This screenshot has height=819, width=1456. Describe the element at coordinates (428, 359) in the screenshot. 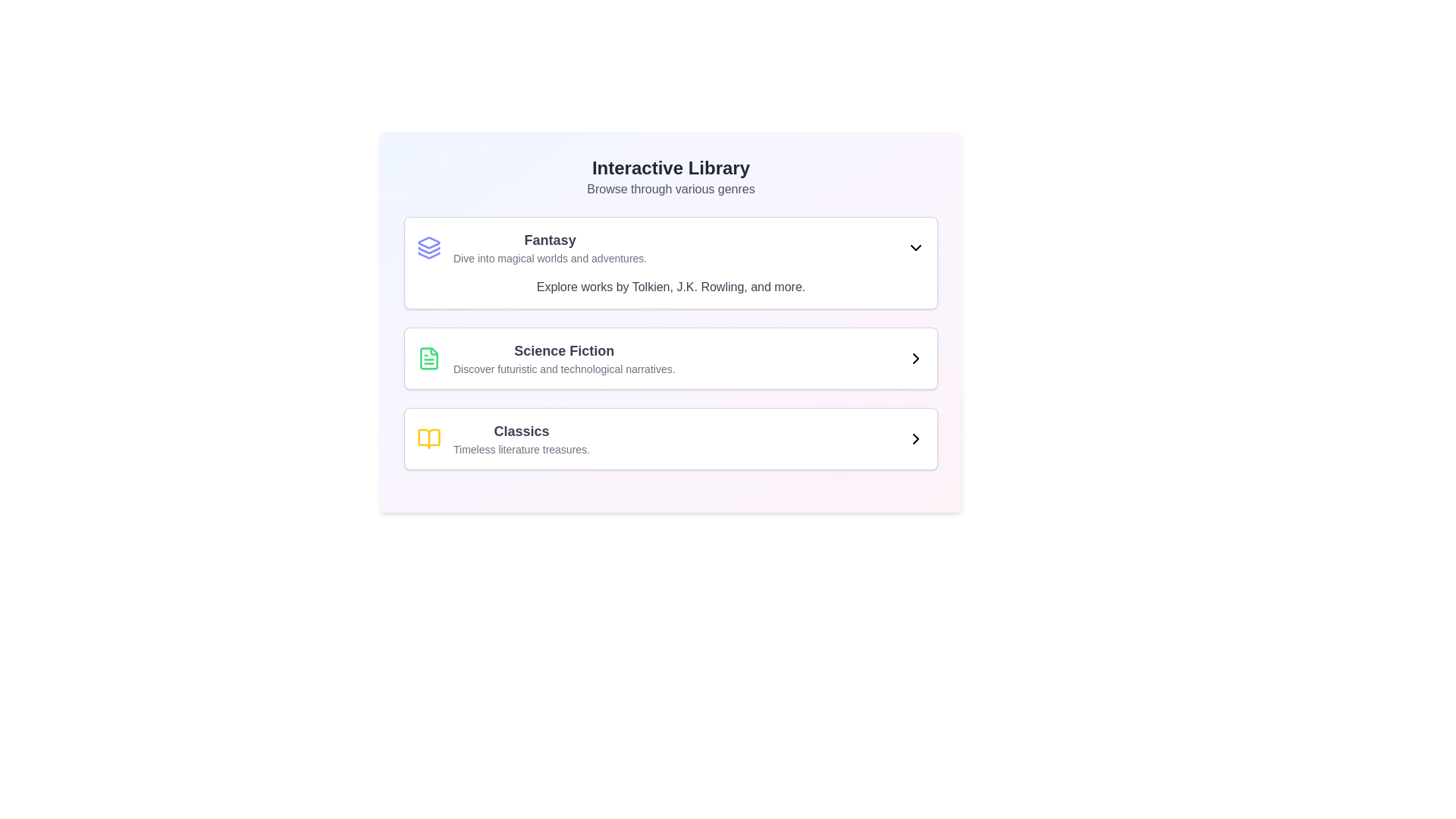

I see `the 'Science Fiction' icon` at that location.